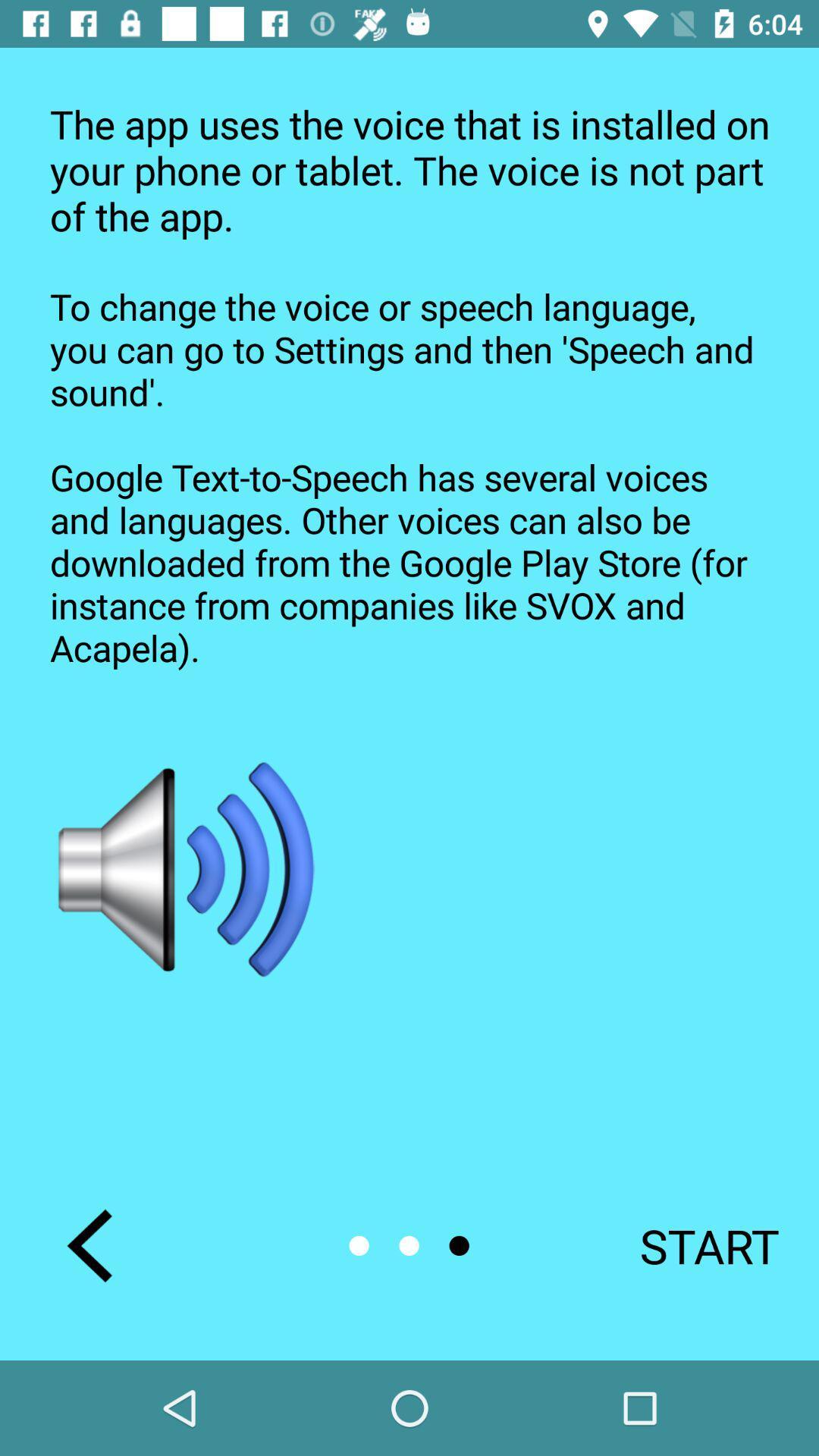 This screenshot has height=1456, width=819. Describe the element at coordinates (187, 870) in the screenshot. I see `icon on the left` at that location.